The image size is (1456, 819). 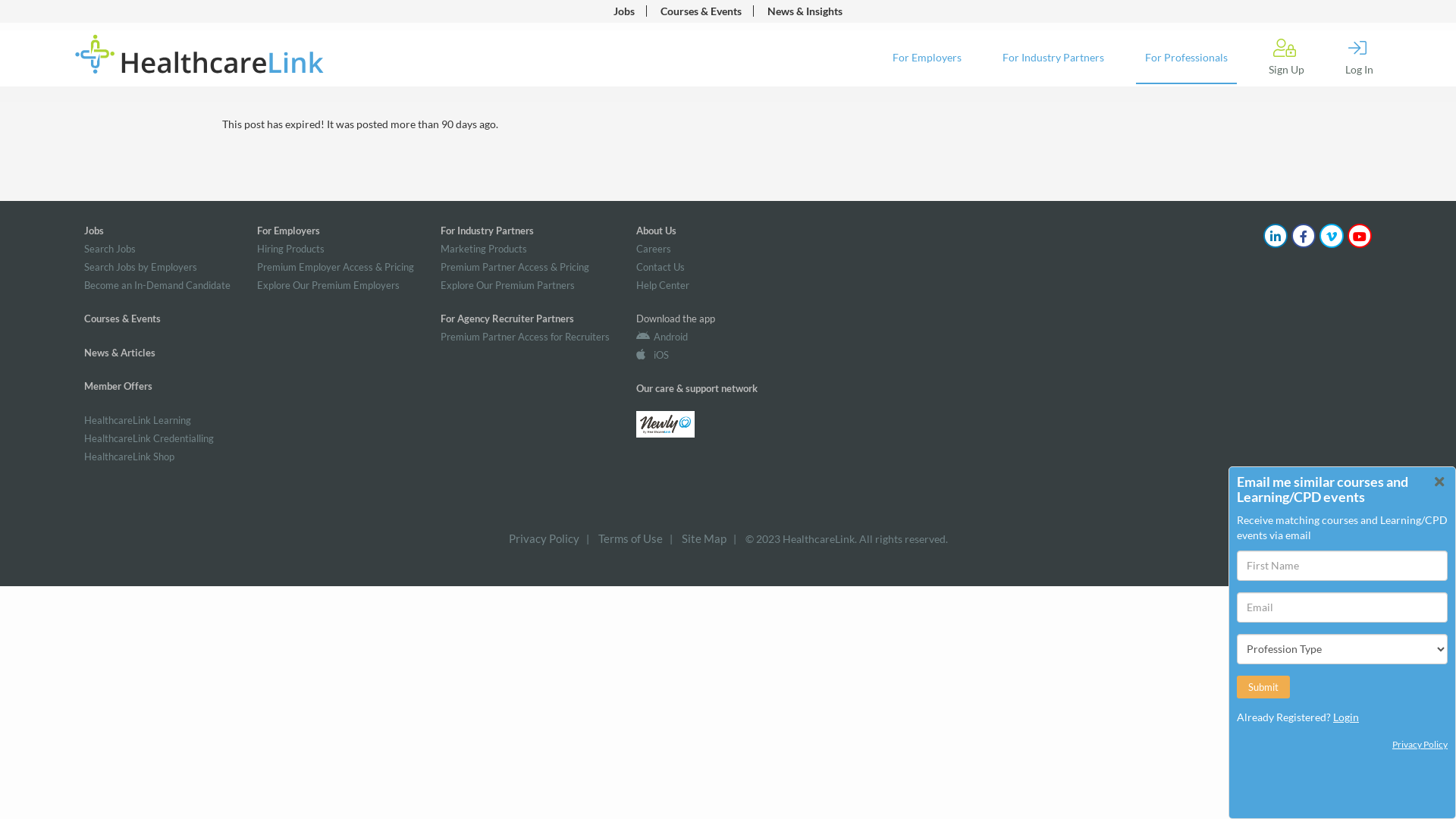 What do you see at coordinates (652, 354) in the screenshot?
I see `'iOS'` at bounding box center [652, 354].